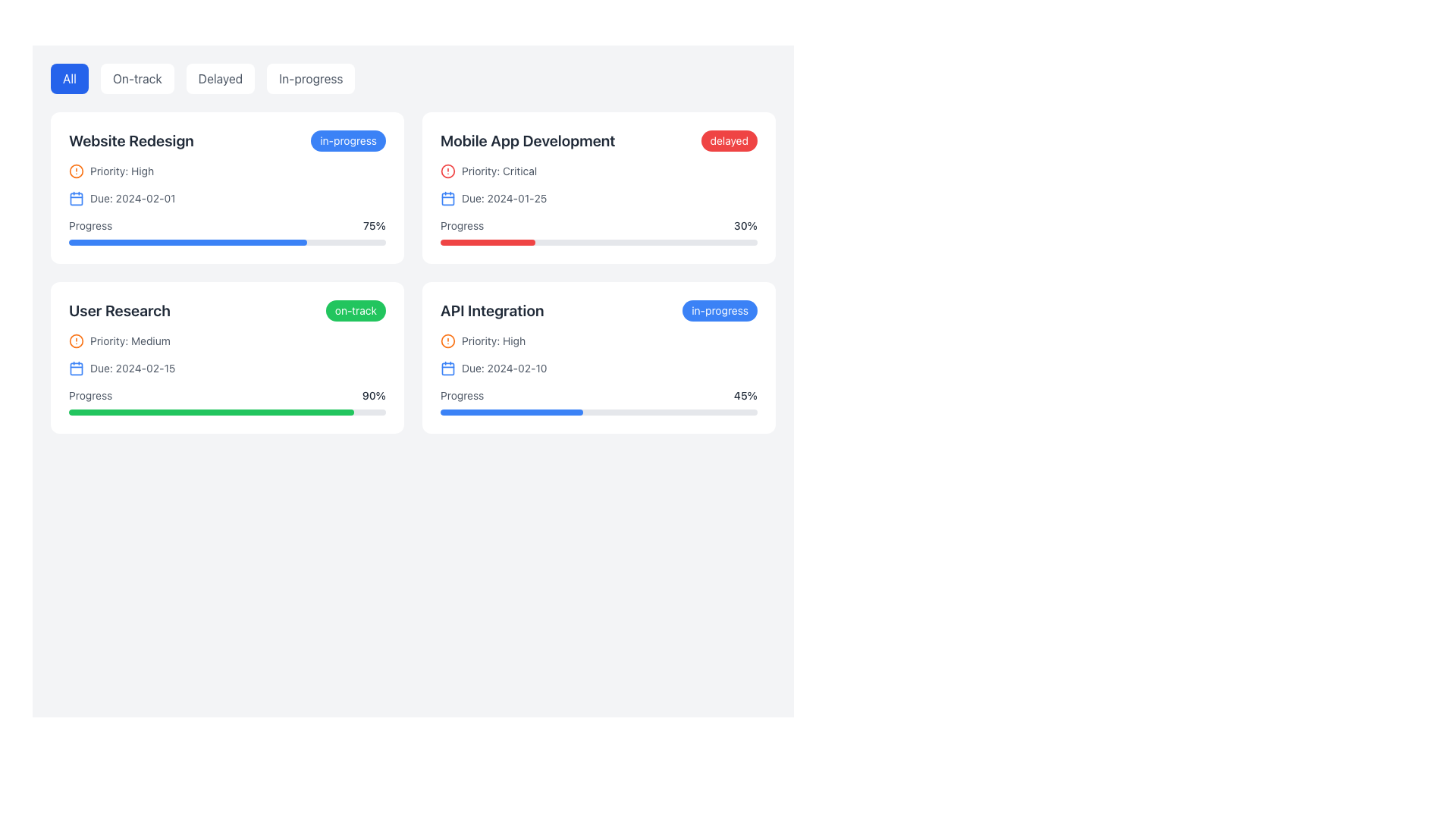  I want to click on progress percentage value displayed in the Label or text field on the right-hand side of the 'Progress' section of the 'User Research' card, so click(374, 394).